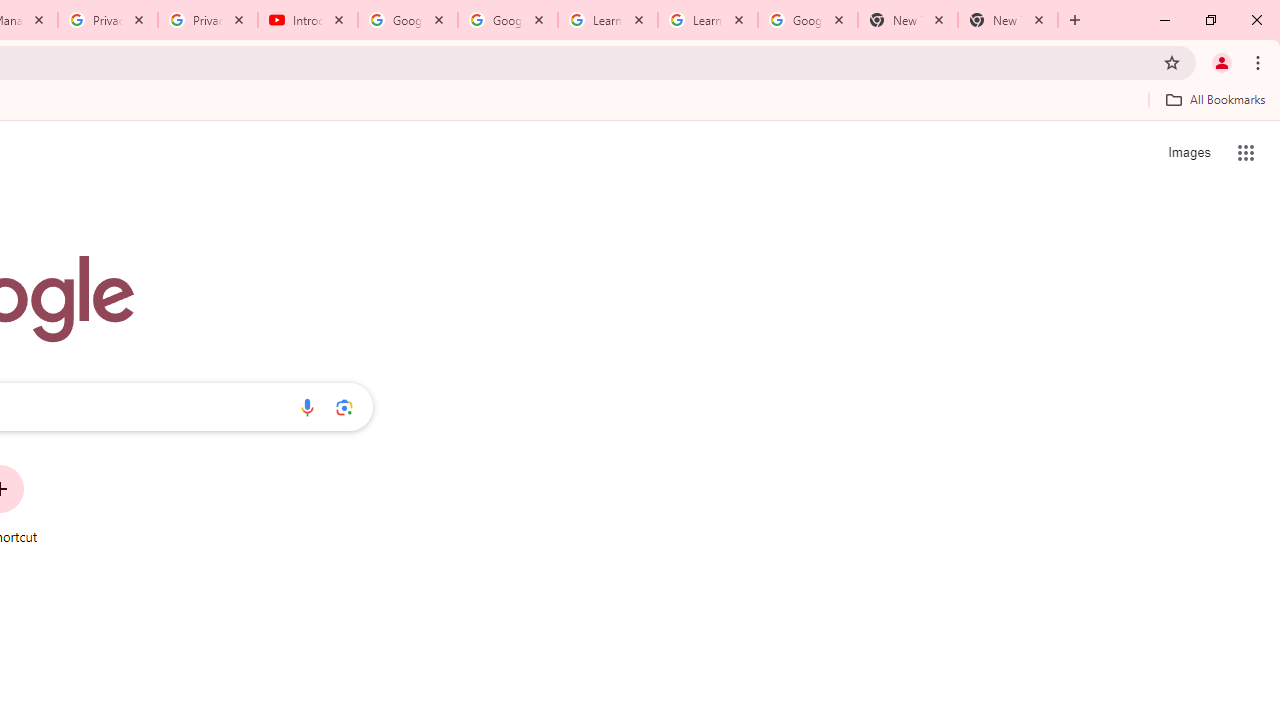  Describe the element at coordinates (1189, 152) in the screenshot. I see `'Search for Images '` at that location.